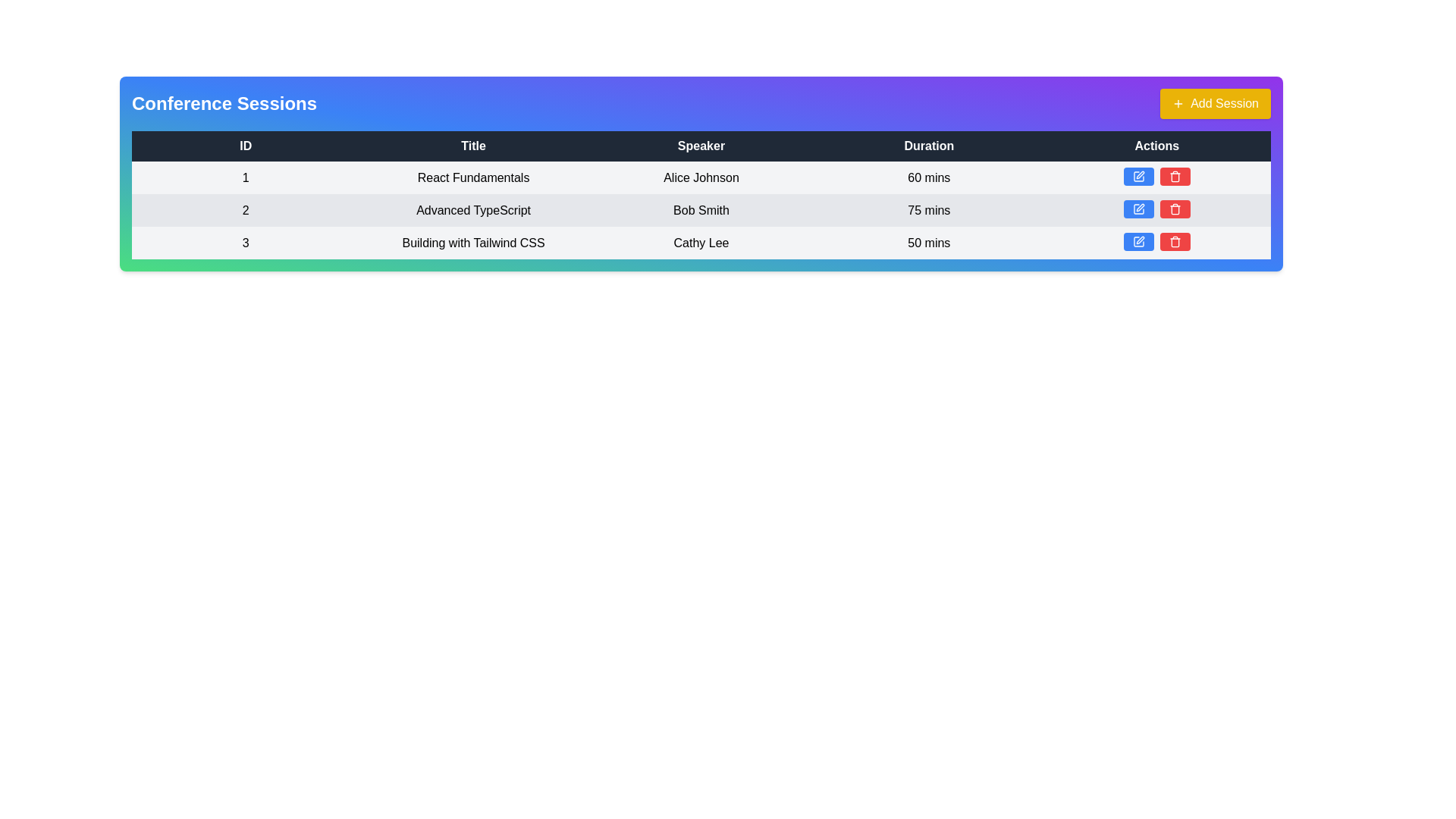  Describe the element at coordinates (1156, 146) in the screenshot. I see `the text label displaying 'Actions' which is the last header in the row of a data table, characterized by its white text on a dark blue background` at that location.